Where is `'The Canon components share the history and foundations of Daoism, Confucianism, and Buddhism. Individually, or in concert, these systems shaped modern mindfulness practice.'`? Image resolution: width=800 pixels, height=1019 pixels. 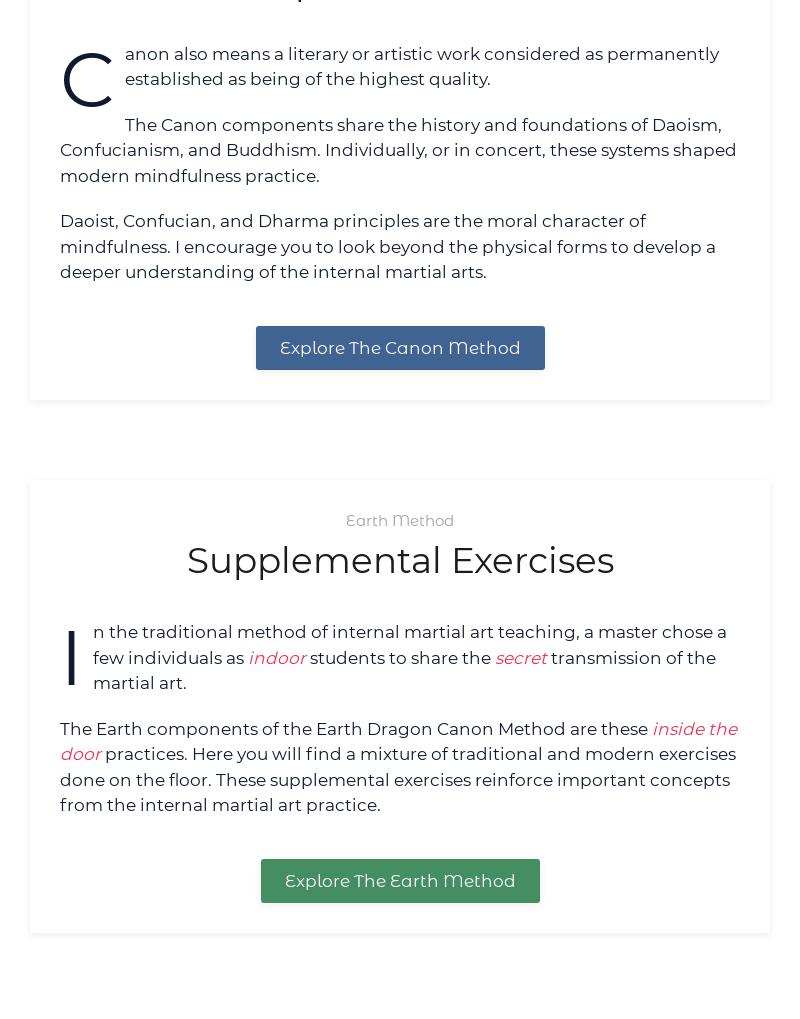 'The Canon components share the history and foundations of Daoism, Confucianism, and Buddhism. Individually, or in concert, these systems shaped modern mindfulness practice.' is located at coordinates (397, 149).